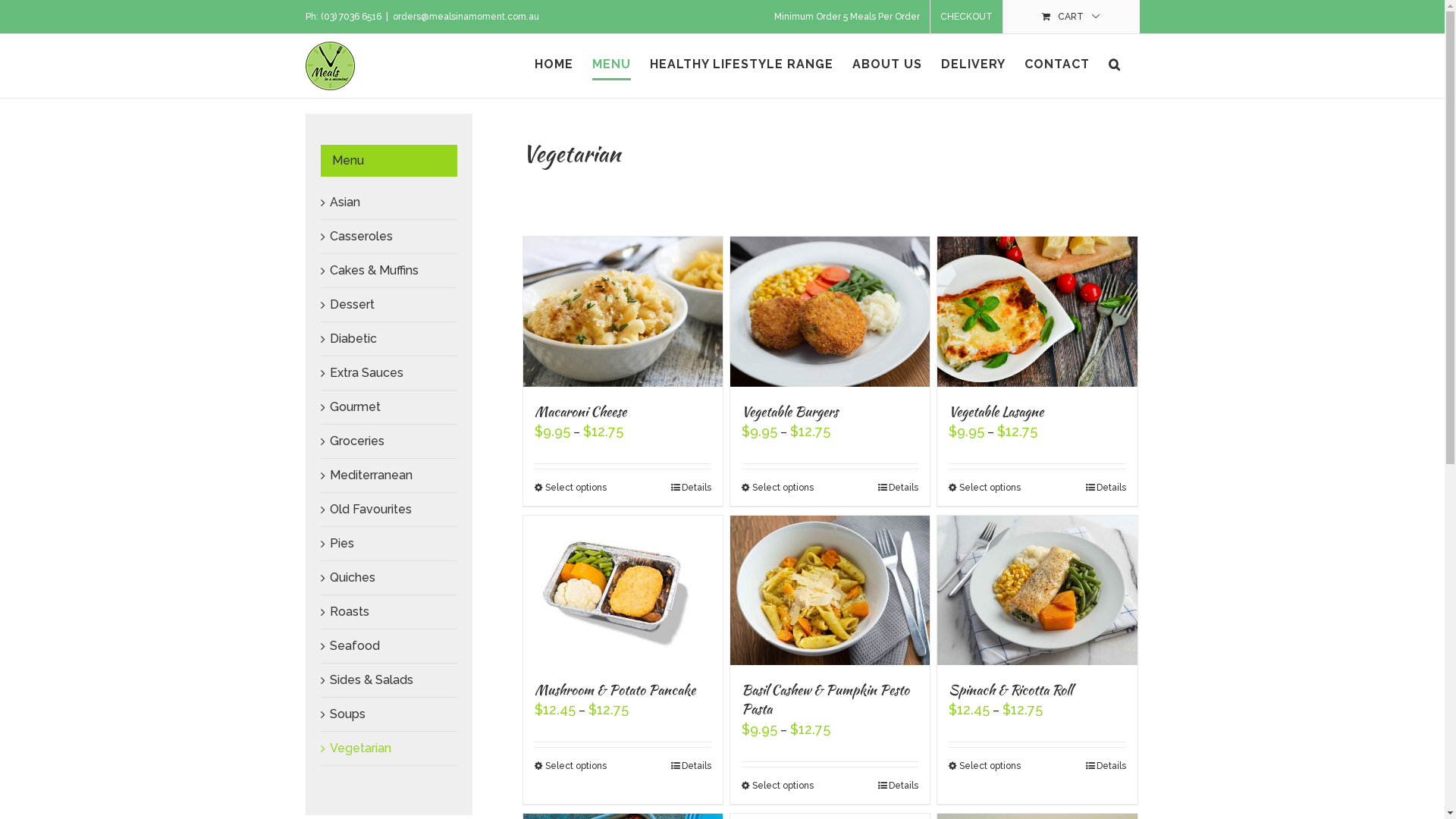 The image size is (1456, 819). What do you see at coordinates (569, 766) in the screenshot?
I see `'Select options'` at bounding box center [569, 766].